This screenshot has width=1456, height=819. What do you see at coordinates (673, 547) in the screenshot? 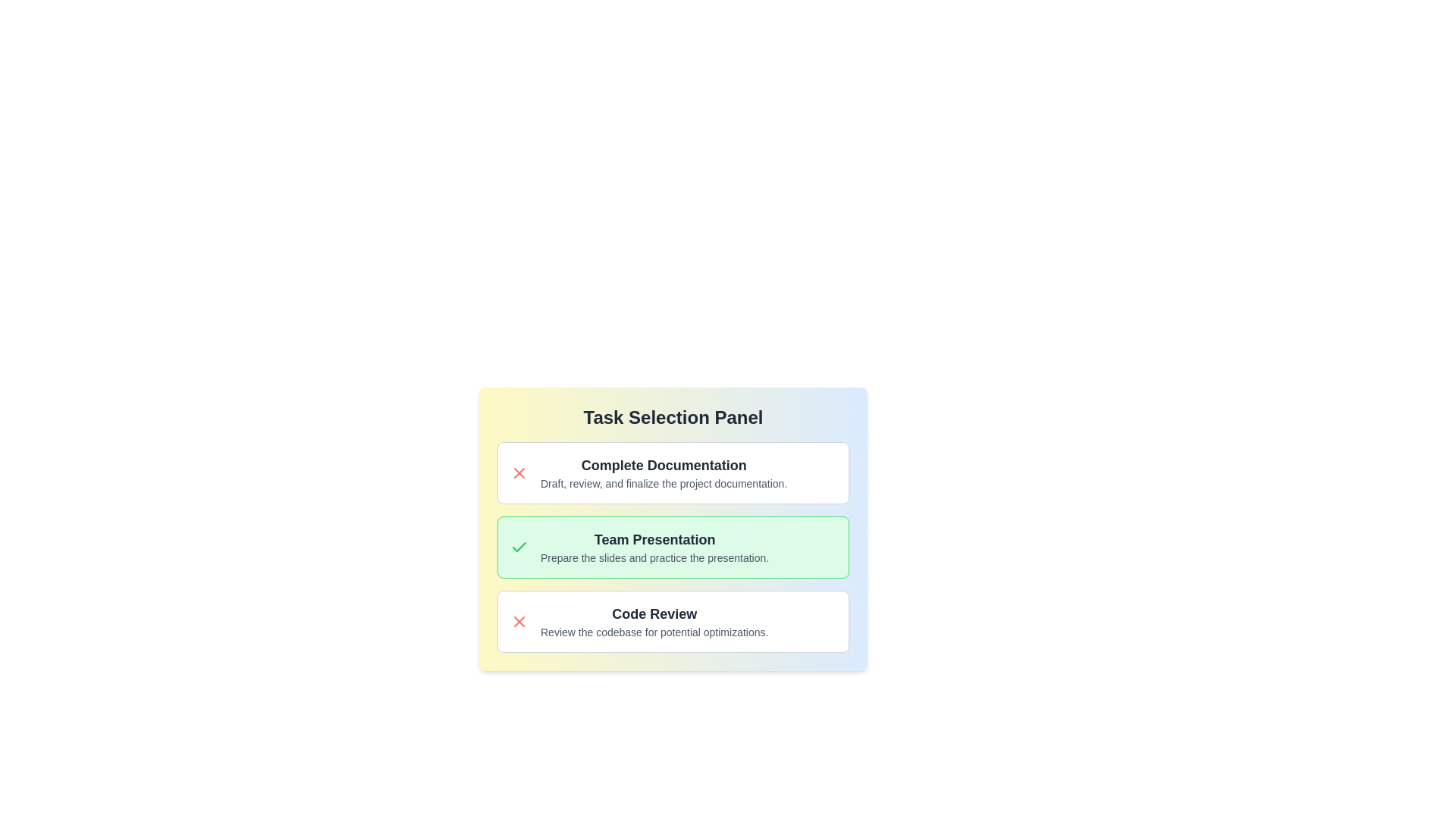
I see `the Informational panel with a green background that contains the text 'Team Presentation' and 'Prepare the slides and practice the presentation'` at bounding box center [673, 547].